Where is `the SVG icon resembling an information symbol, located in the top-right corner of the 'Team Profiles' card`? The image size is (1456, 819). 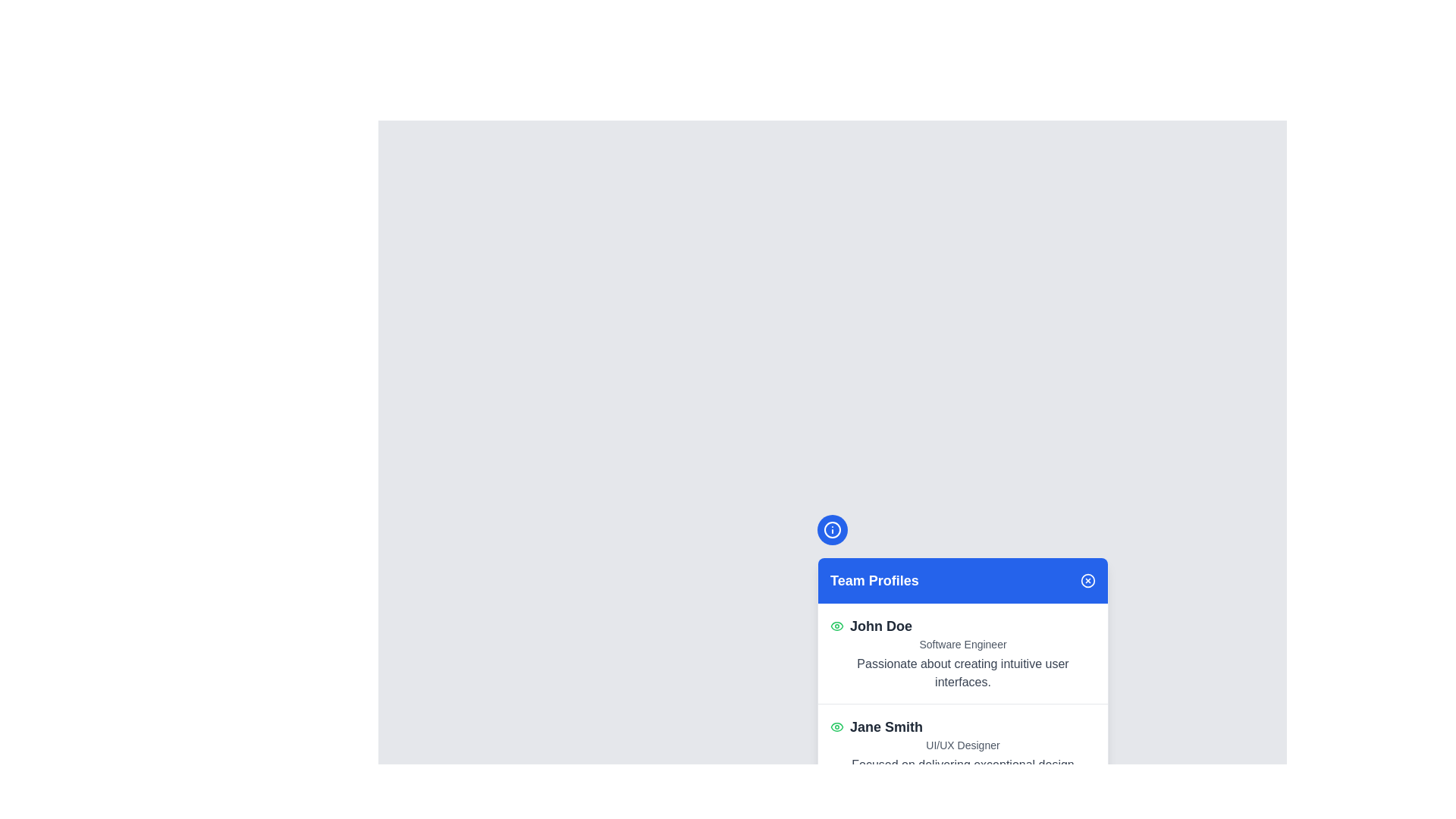
the SVG icon resembling an information symbol, located in the top-right corner of the 'Team Profiles' card is located at coordinates (832, 529).